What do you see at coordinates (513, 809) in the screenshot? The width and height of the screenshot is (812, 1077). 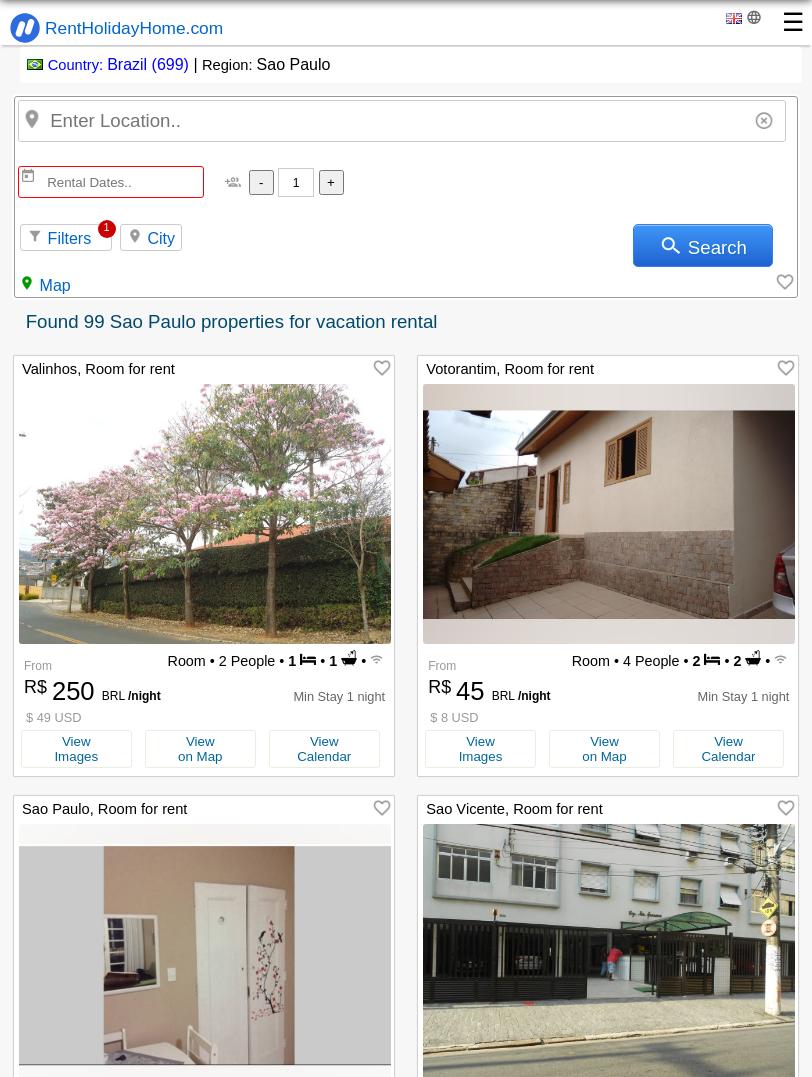 I see `'Sao Vicente, Room for rent'` at bounding box center [513, 809].